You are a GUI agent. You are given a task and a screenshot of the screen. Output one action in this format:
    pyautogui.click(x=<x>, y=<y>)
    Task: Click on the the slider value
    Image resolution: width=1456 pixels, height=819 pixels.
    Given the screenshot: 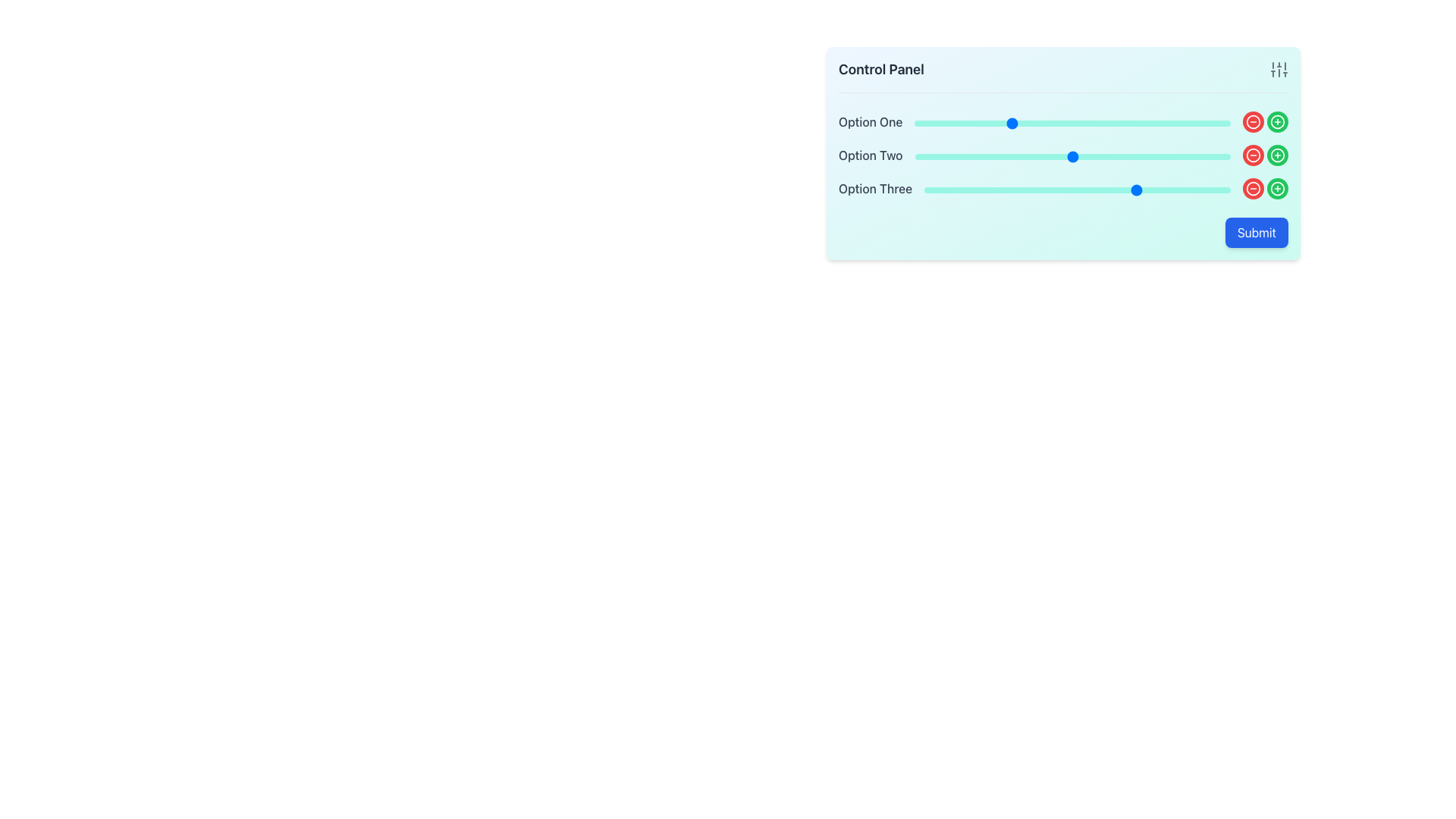 What is the action you would take?
    pyautogui.click(x=991, y=189)
    